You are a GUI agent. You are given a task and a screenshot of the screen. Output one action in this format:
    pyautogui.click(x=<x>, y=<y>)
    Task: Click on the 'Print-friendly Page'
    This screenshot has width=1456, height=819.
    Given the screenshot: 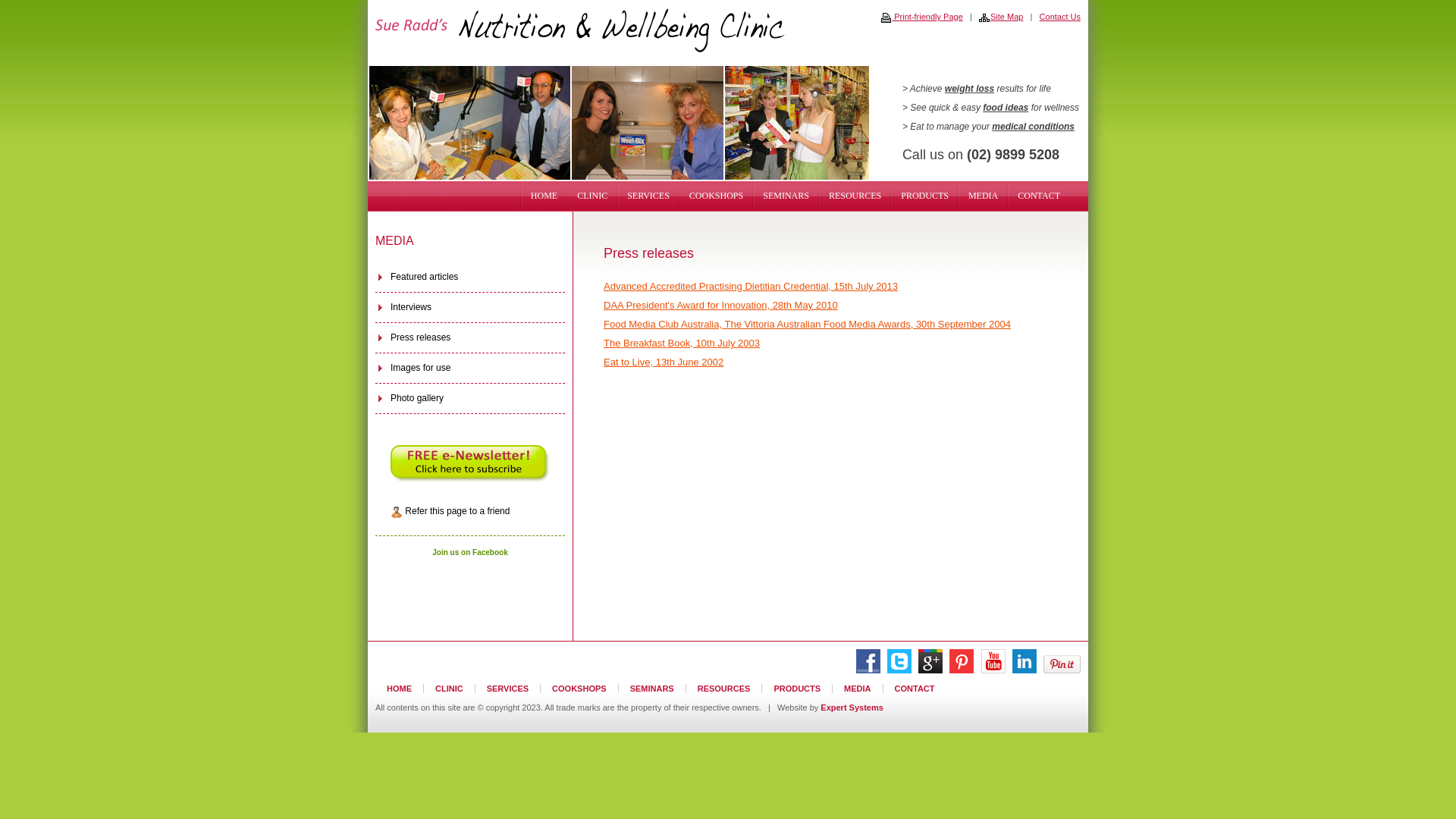 What is the action you would take?
    pyautogui.click(x=880, y=17)
    